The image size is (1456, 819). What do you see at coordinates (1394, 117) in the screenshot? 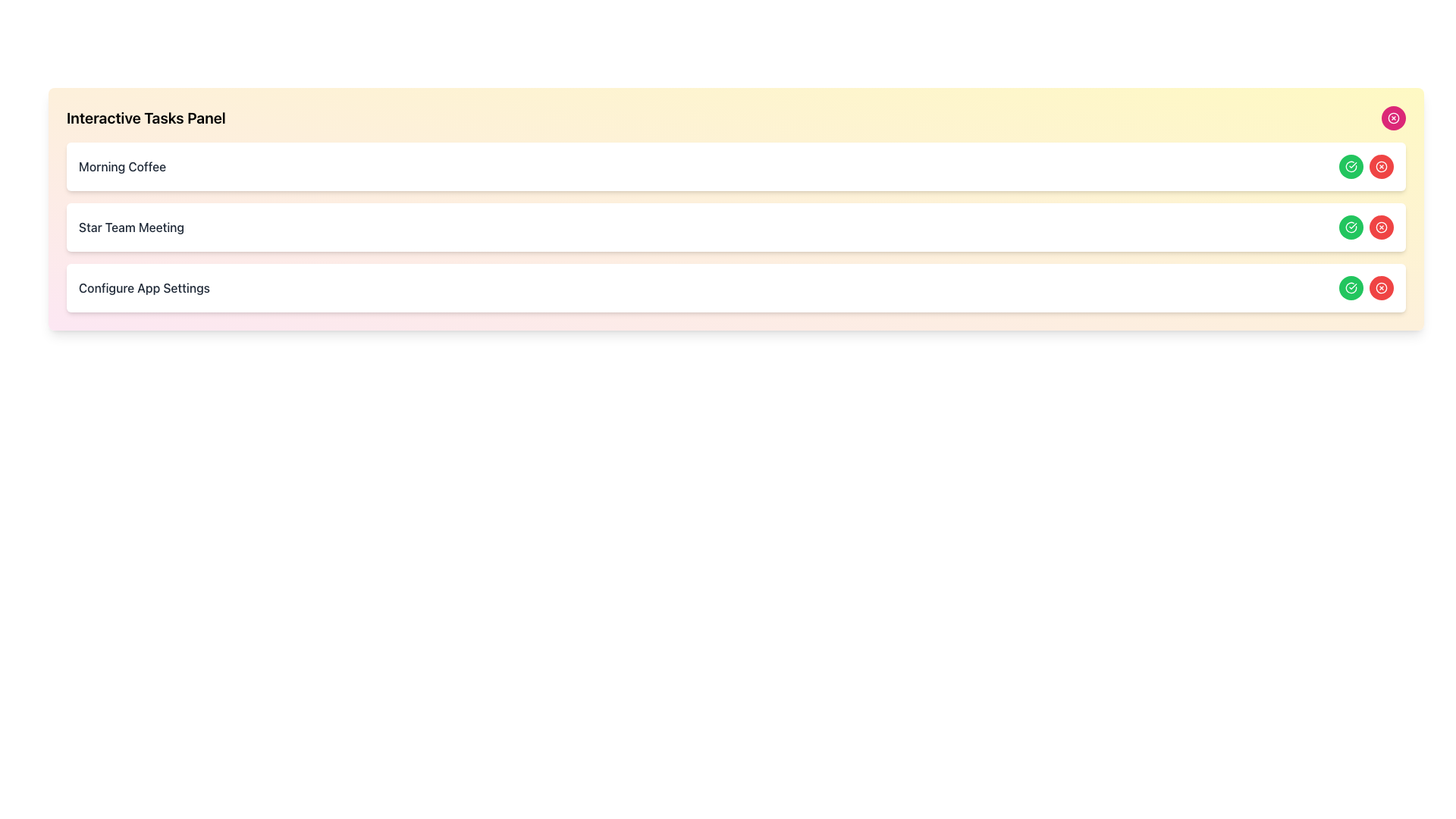
I see `the circular pink button with a white outline and central white-crossed mark located in the upper-right corner of the interactive tasks panel` at bounding box center [1394, 117].